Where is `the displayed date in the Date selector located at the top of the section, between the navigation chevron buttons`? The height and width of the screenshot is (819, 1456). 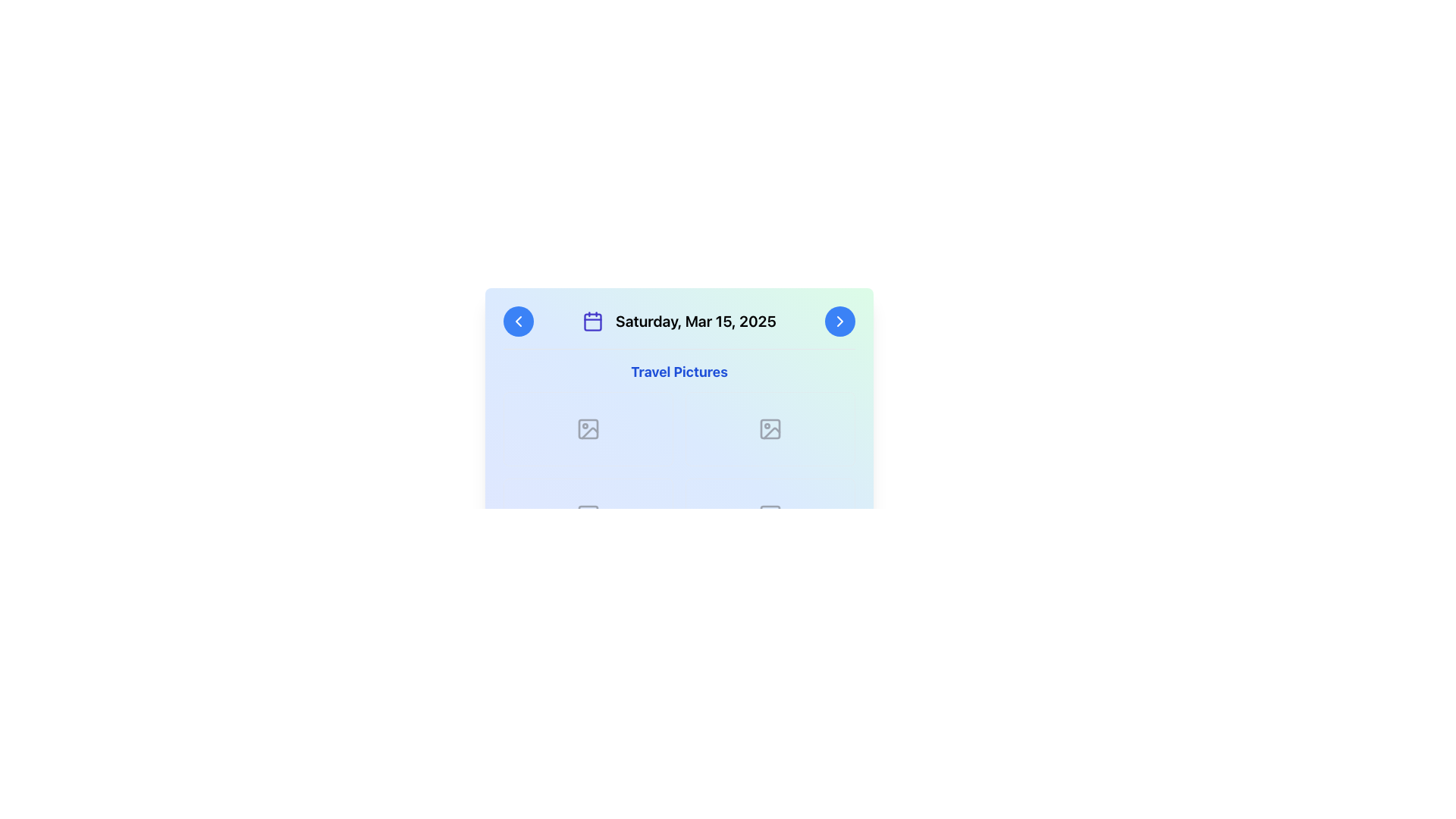
the displayed date in the Date selector located at the top of the section, between the navigation chevron buttons is located at coordinates (679, 321).